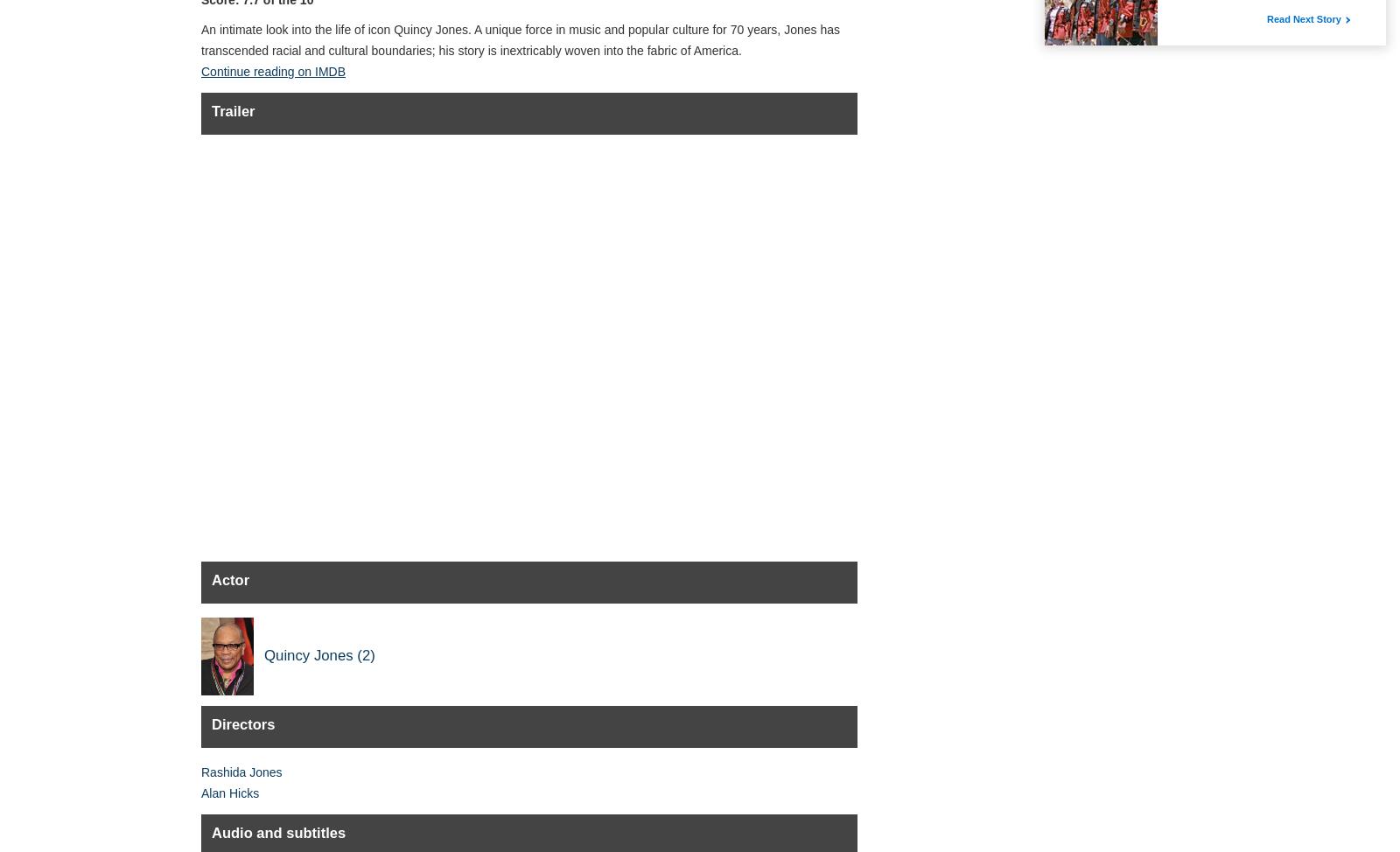 The image size is (1400, 852). I want to click on 'Continue reading on IMDB', so click(273, 71).